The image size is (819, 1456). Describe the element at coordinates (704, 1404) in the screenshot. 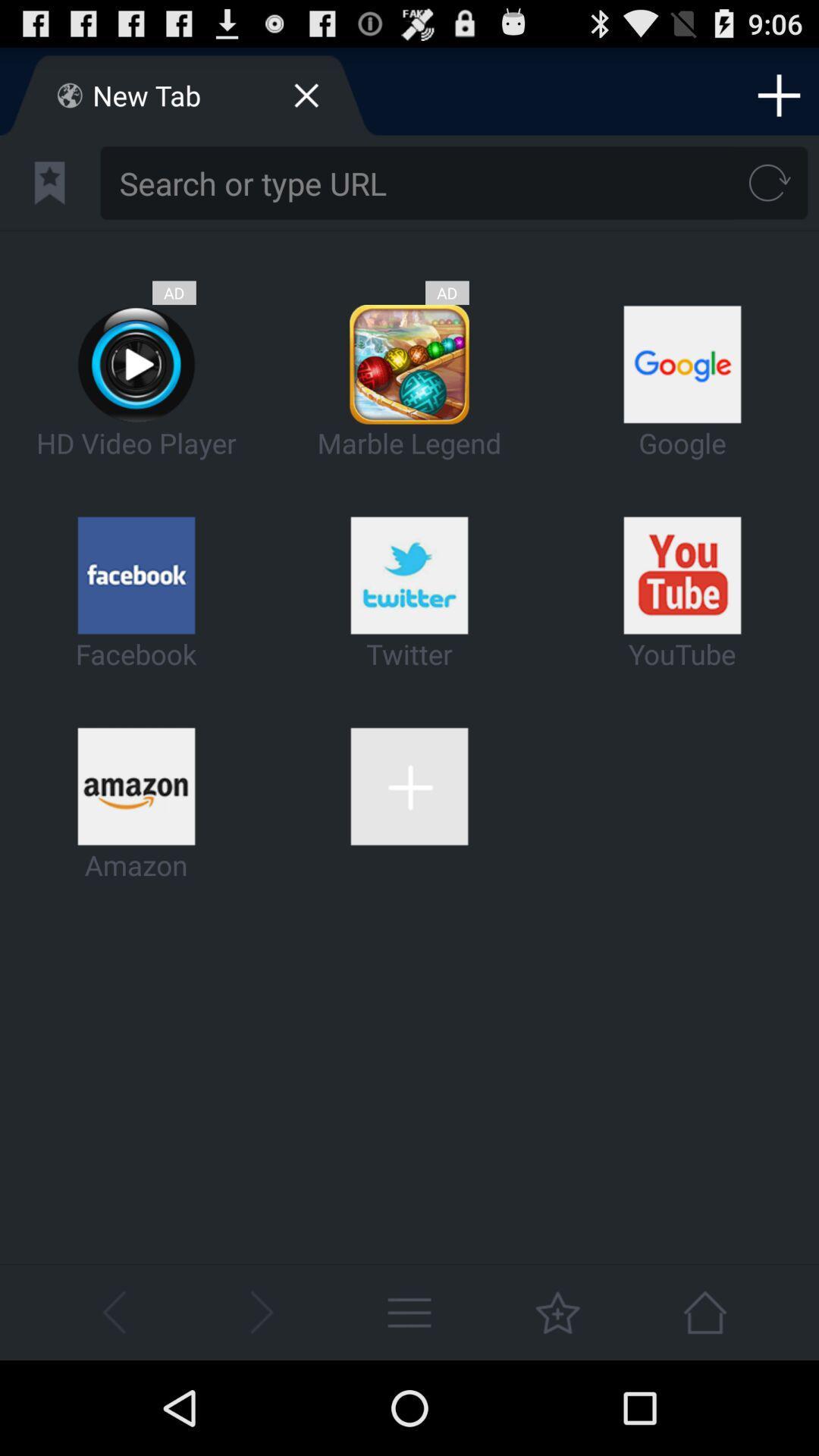

I see `the launch icon` at that location.